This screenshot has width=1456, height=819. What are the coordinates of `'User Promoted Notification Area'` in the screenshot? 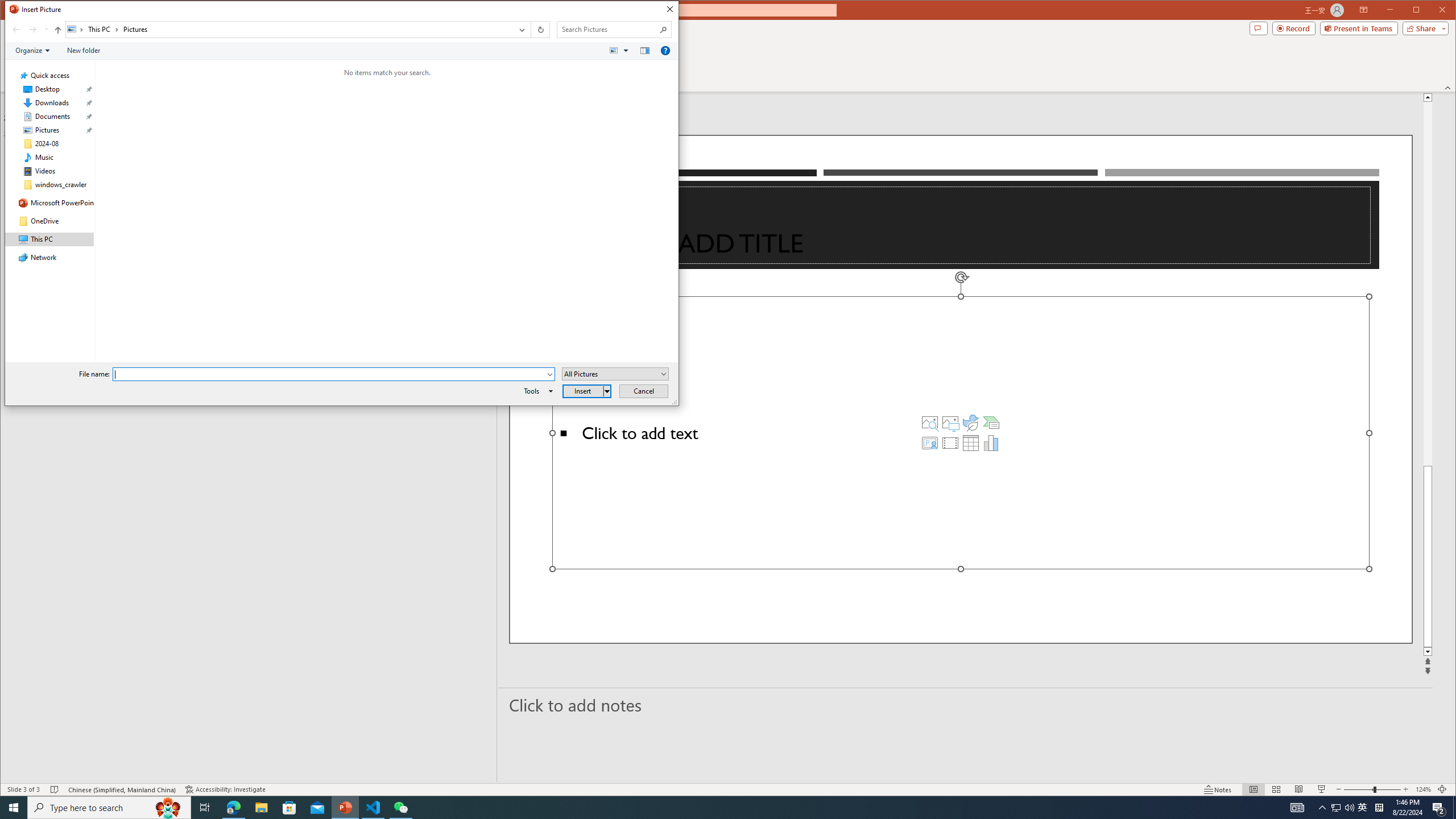 It's located at (1342, 806).